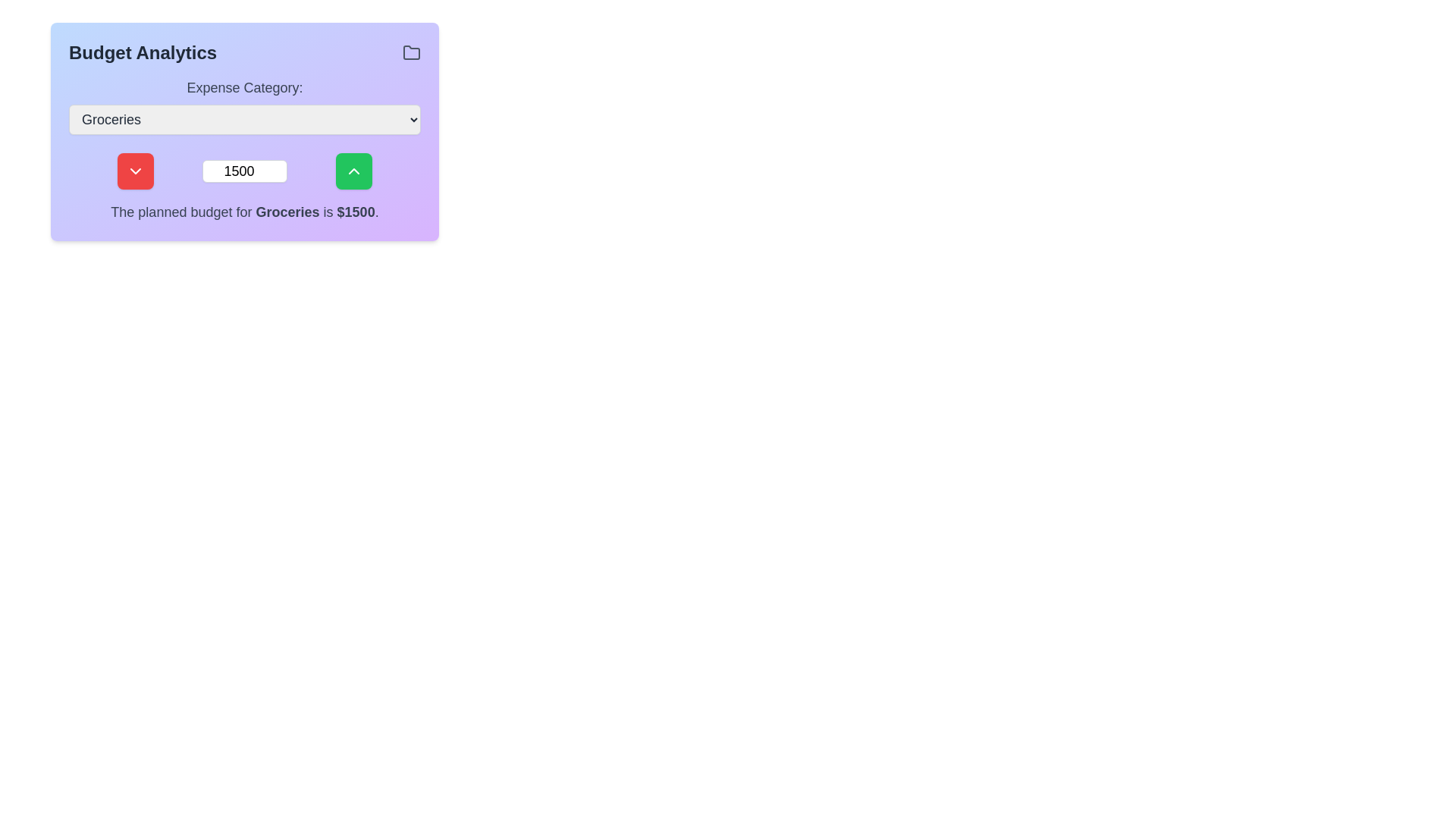 This screenshot has width=1456, height=819. Describe the element at coordinates (135, 171) in the screenshot. I see `the decrement icon located to the left of the numeric input field below the 'Expense Category:' dropdown to decrease the number` at that location.